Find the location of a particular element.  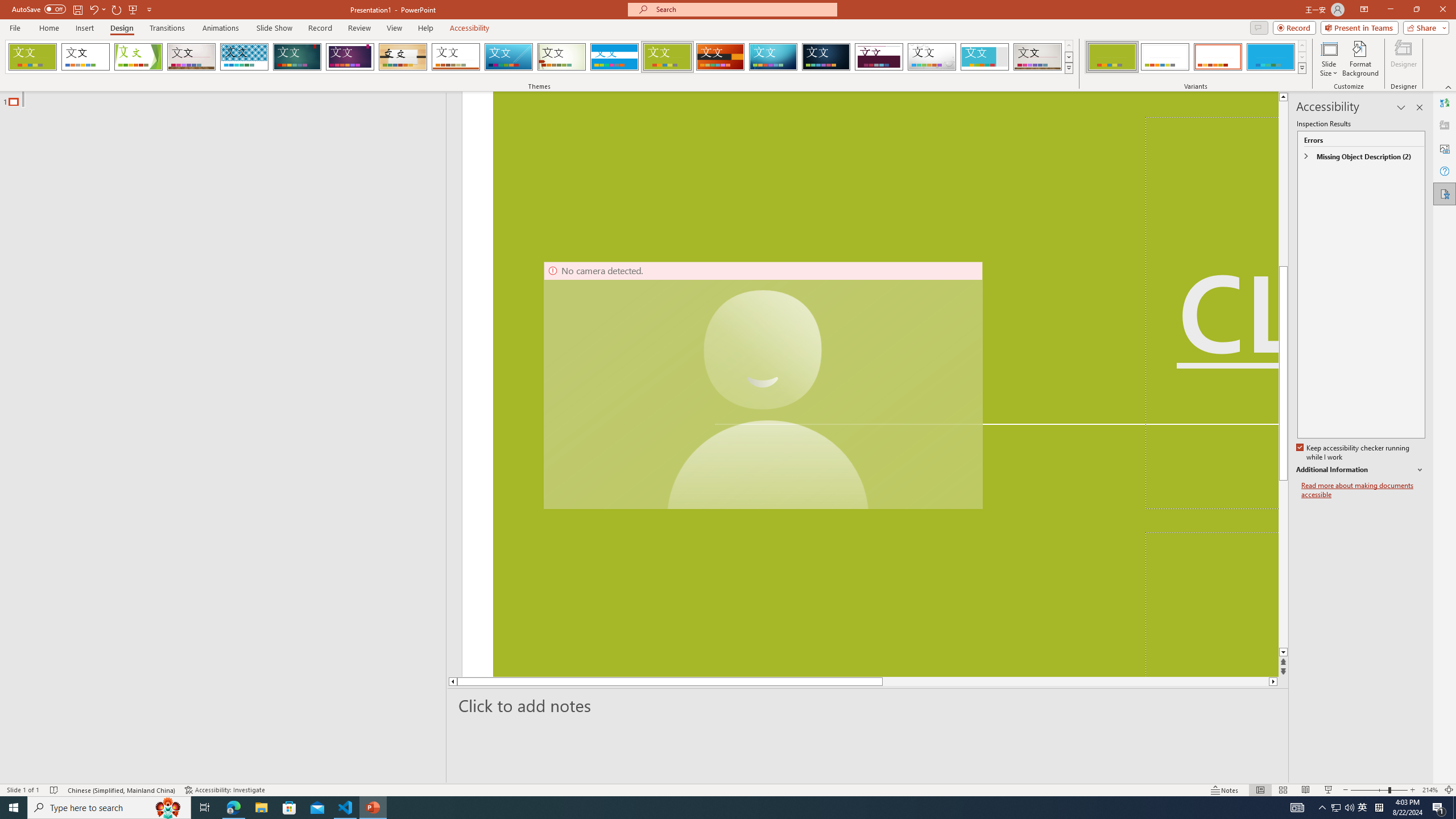

'Droplet' is located at coordinates (932, 56).